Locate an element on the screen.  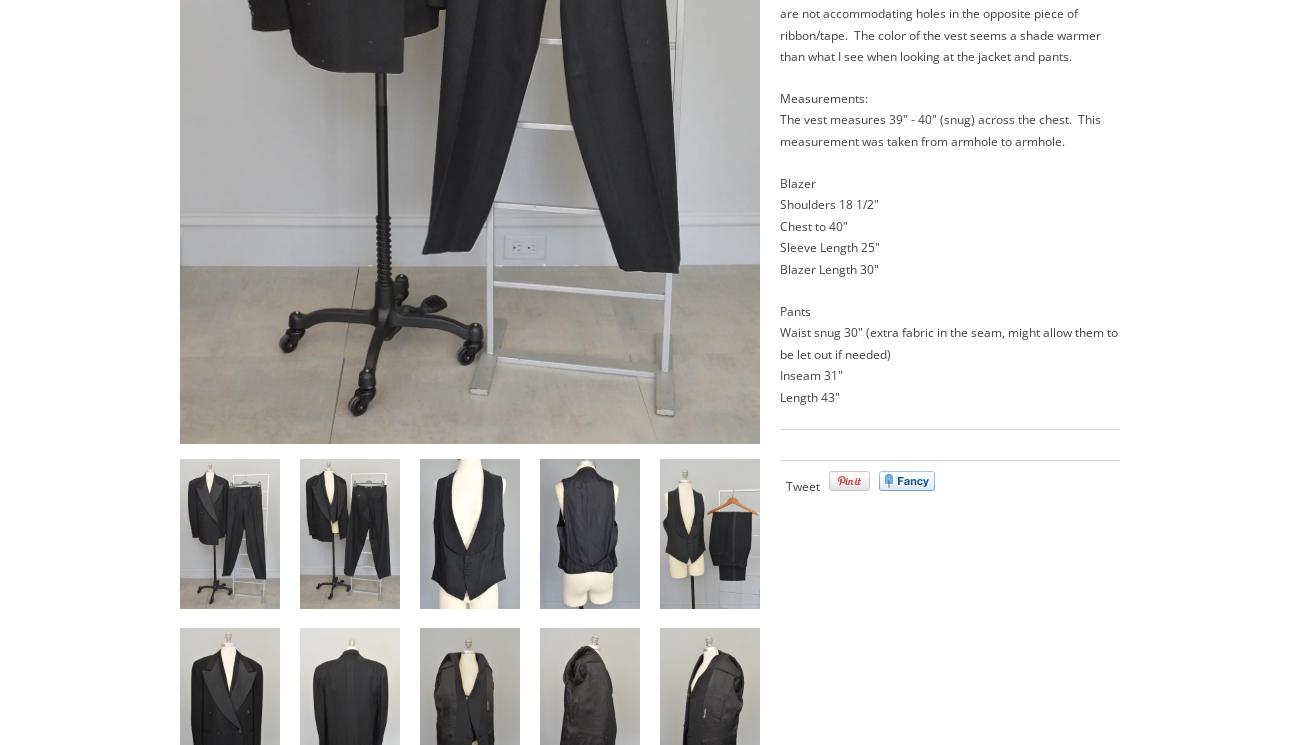
'Chest to 40"' is located at coordinates (814, 225).